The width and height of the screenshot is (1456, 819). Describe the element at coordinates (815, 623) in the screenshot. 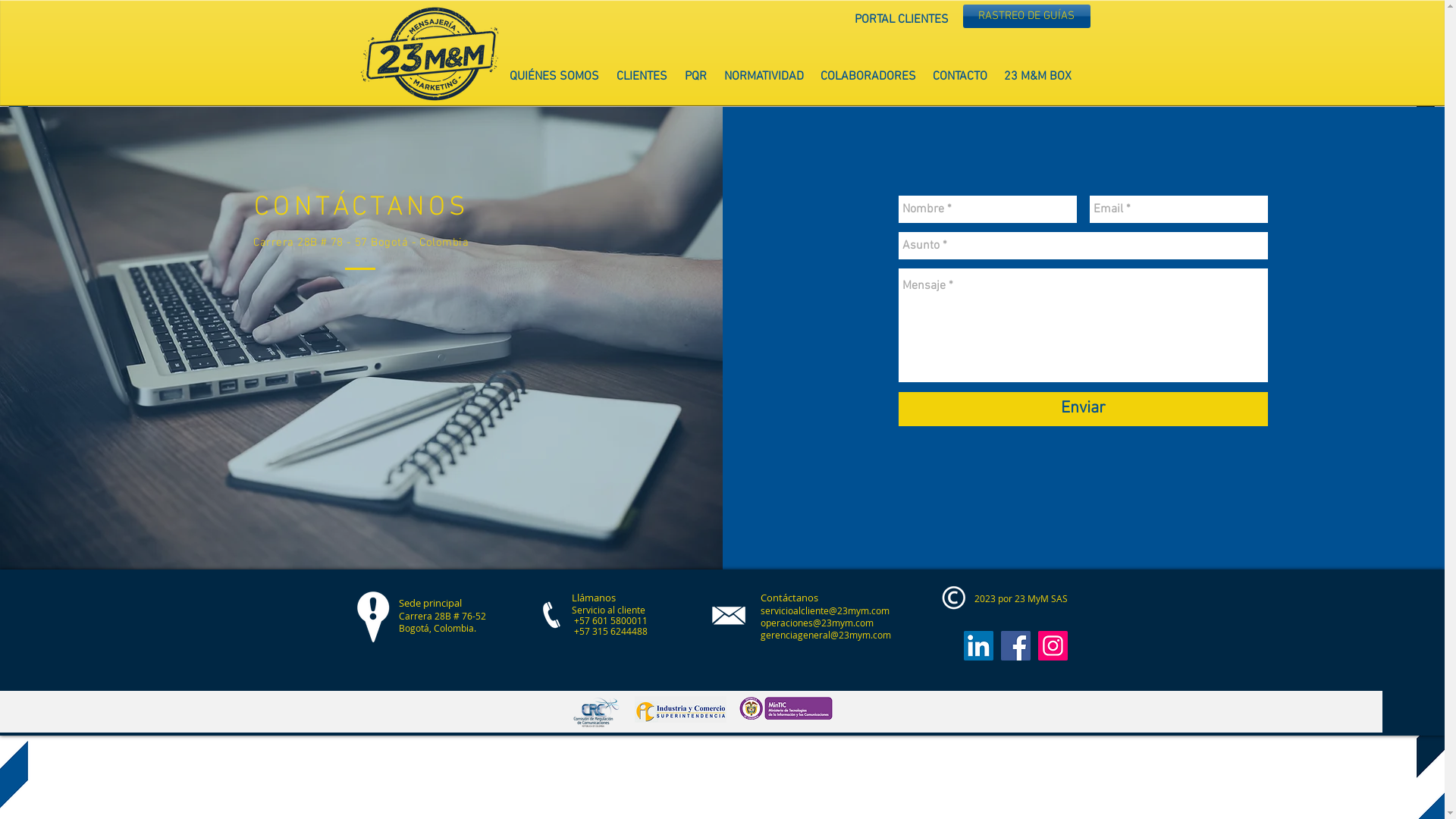

I see `'operaciones@23mym.com'` at that location.